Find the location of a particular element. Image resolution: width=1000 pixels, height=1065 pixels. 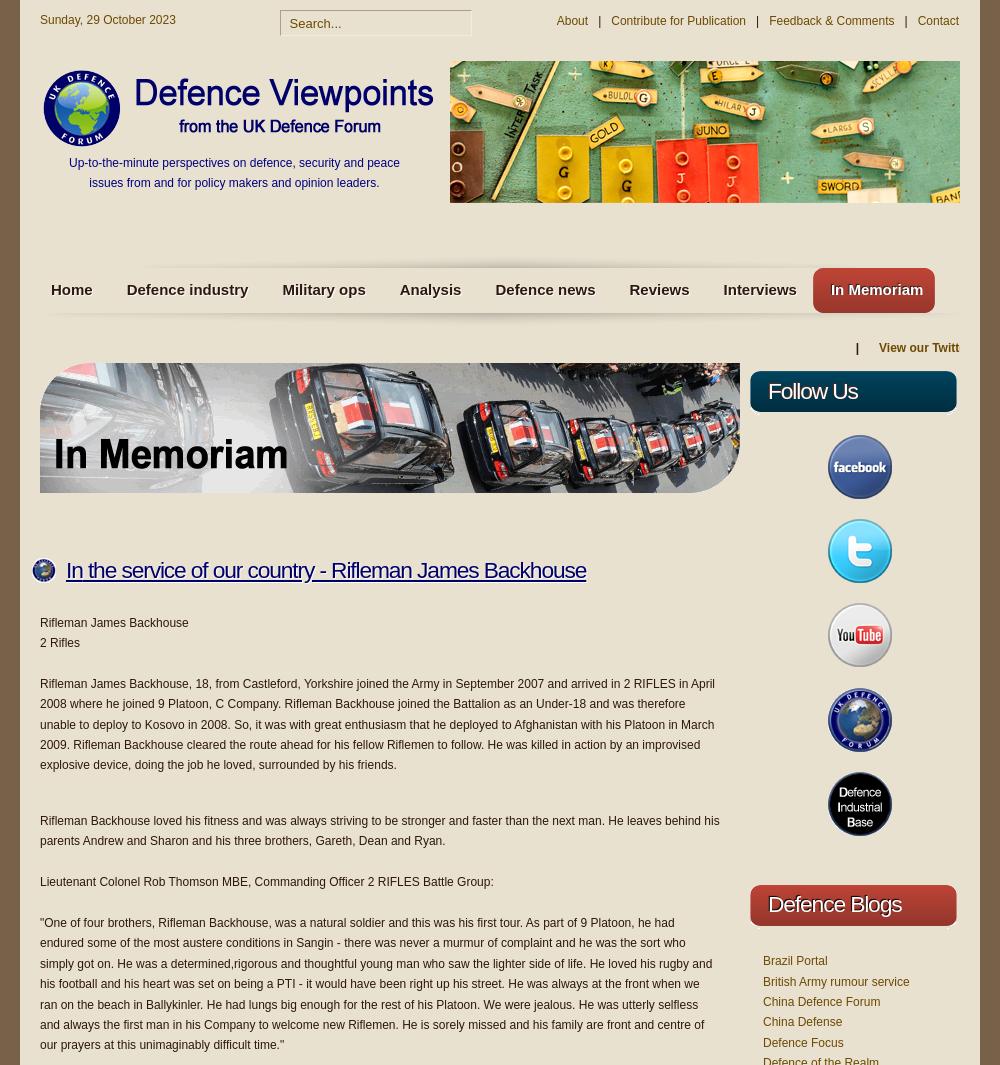

'Up-to-the-minute perspectives on defence, security and peace' is located at coordinates (232, 162).